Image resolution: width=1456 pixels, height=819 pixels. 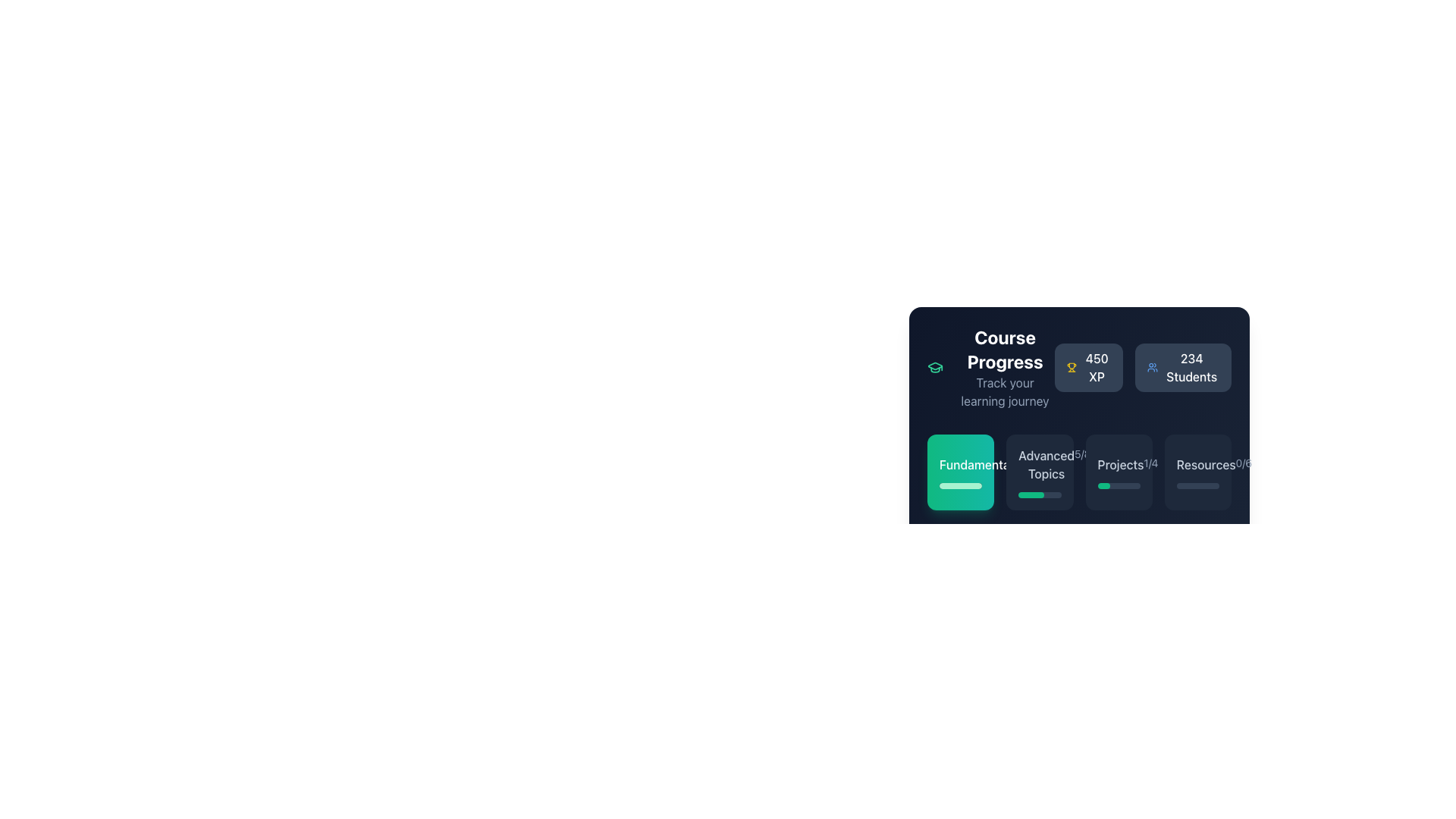 What do you see at coordinates (1143, 368) in the screenshot?
I see `the Information panel displaying '450 XP' and '234 Students' in the top-right part of the course progress card` at bounding box center [1143, 368].